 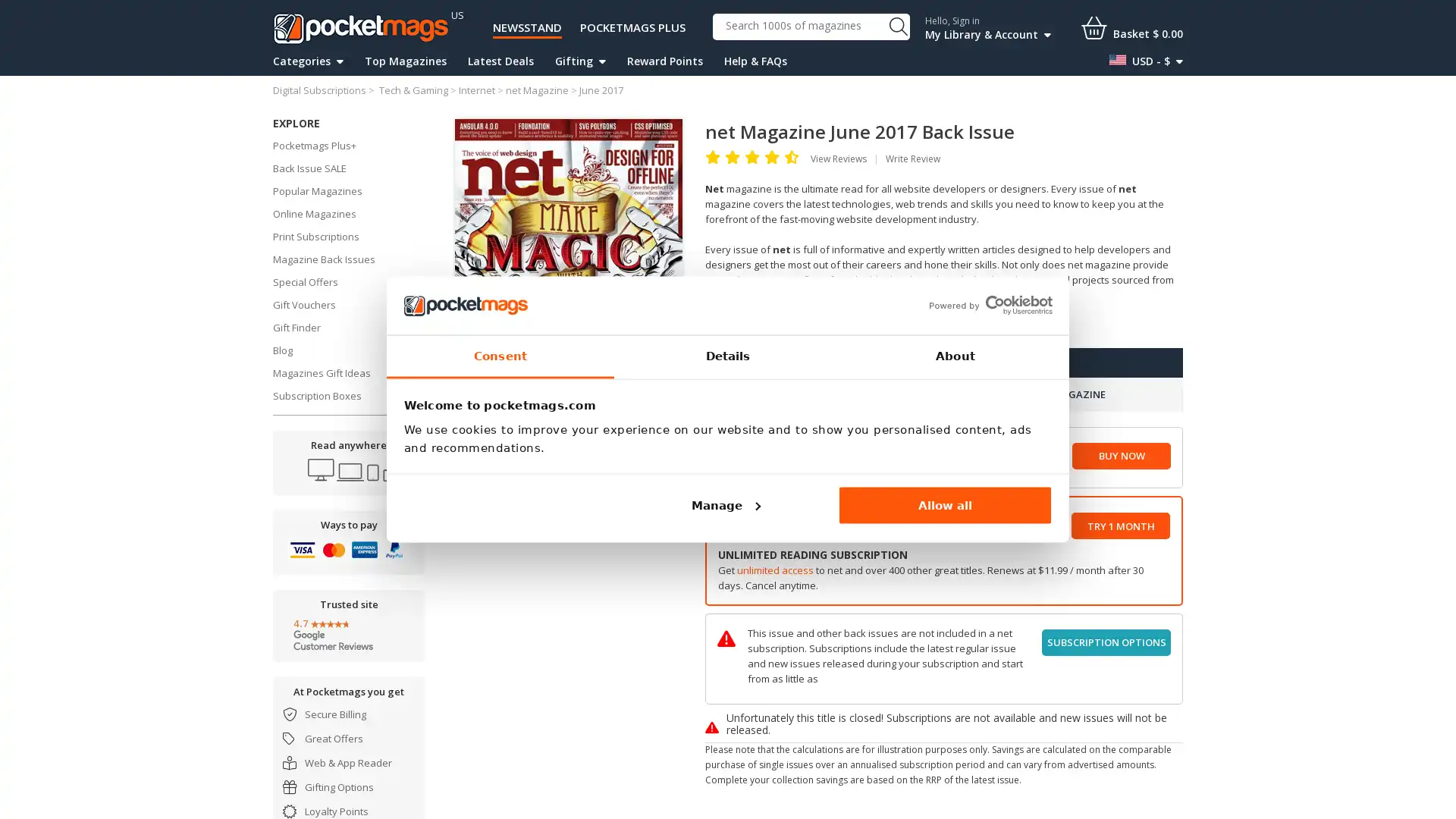 I want to click on PRINT MAGAZINE, so click(x=1062, y=394).